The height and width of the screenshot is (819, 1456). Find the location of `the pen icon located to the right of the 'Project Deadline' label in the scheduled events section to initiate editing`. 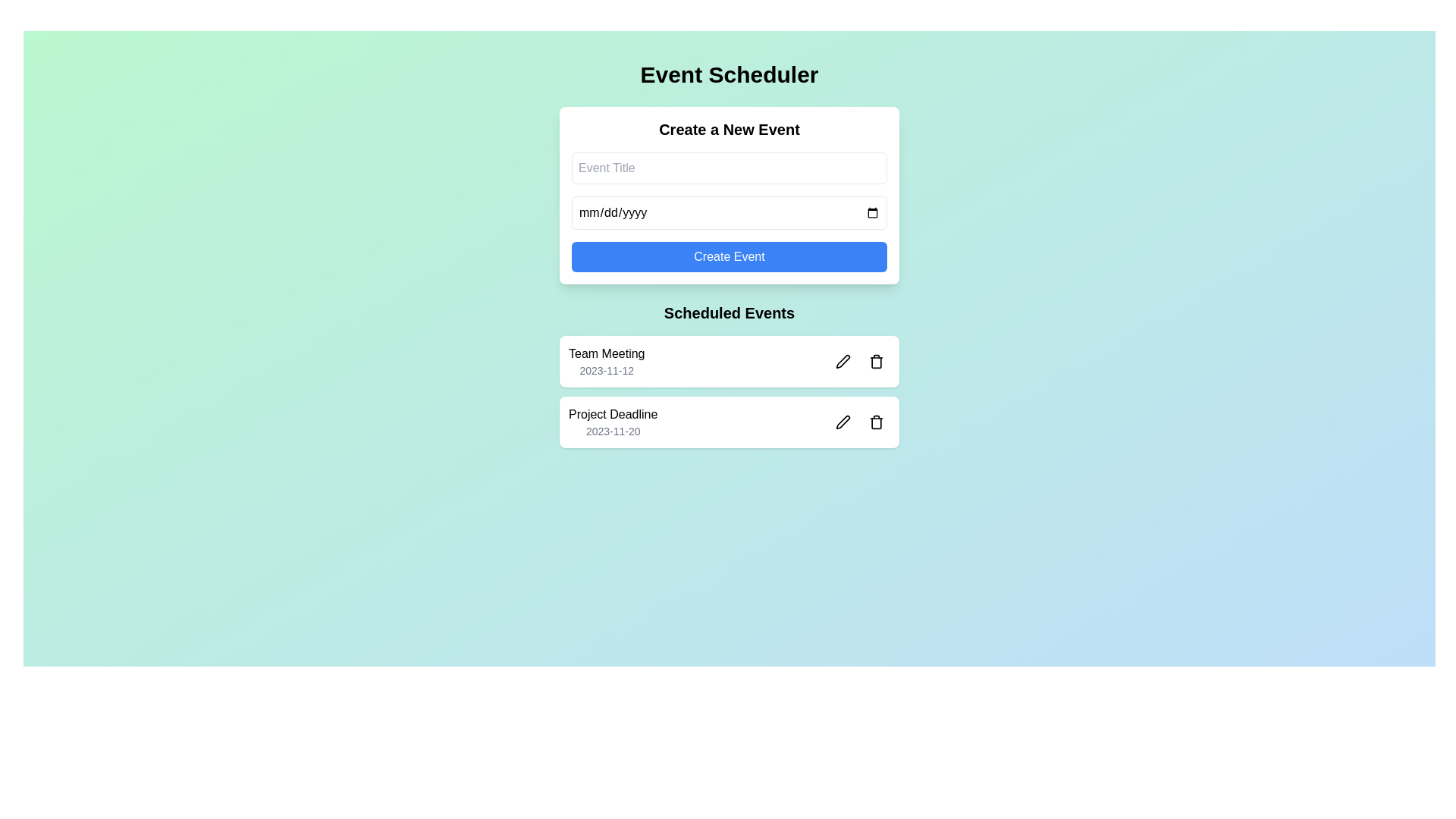

the pen icon located to the right of the 'Project Deadline' label in the scheduled events section to initiate editing is located at coordinates (843, 362).